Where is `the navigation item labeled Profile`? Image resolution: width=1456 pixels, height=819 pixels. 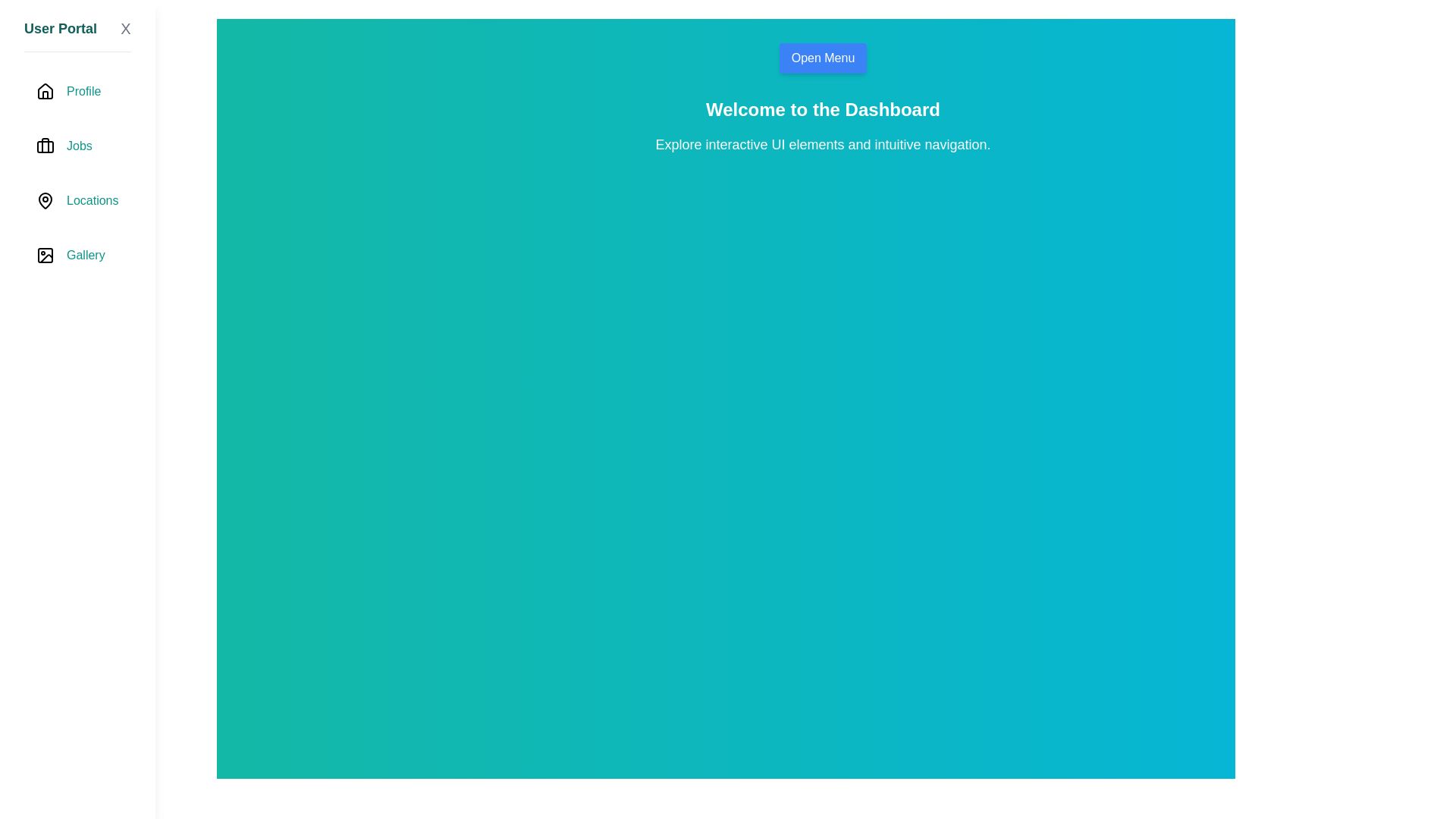
the navigation item labeled Profile is located at coordinates (77, 91).